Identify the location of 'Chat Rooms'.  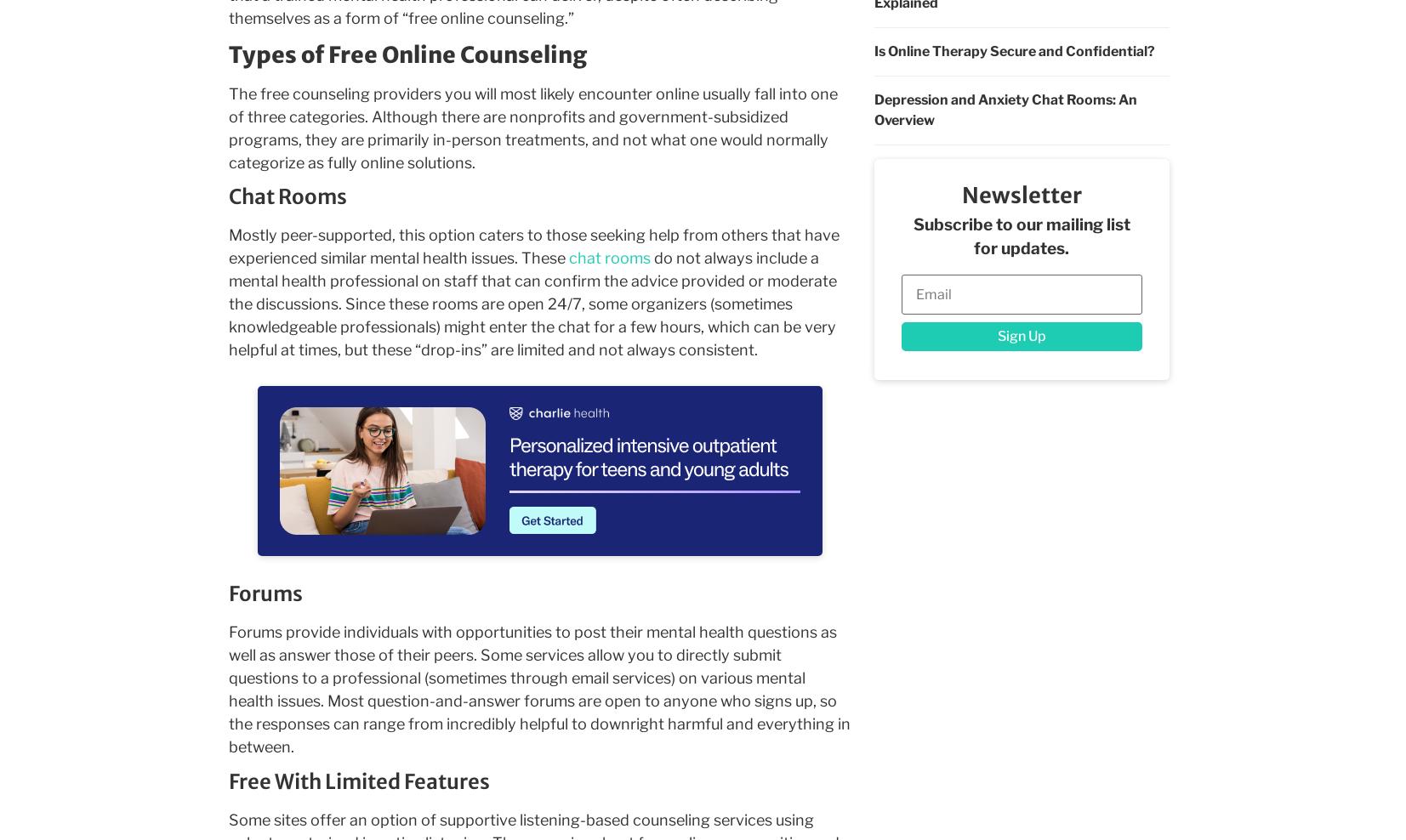
(226, 196).